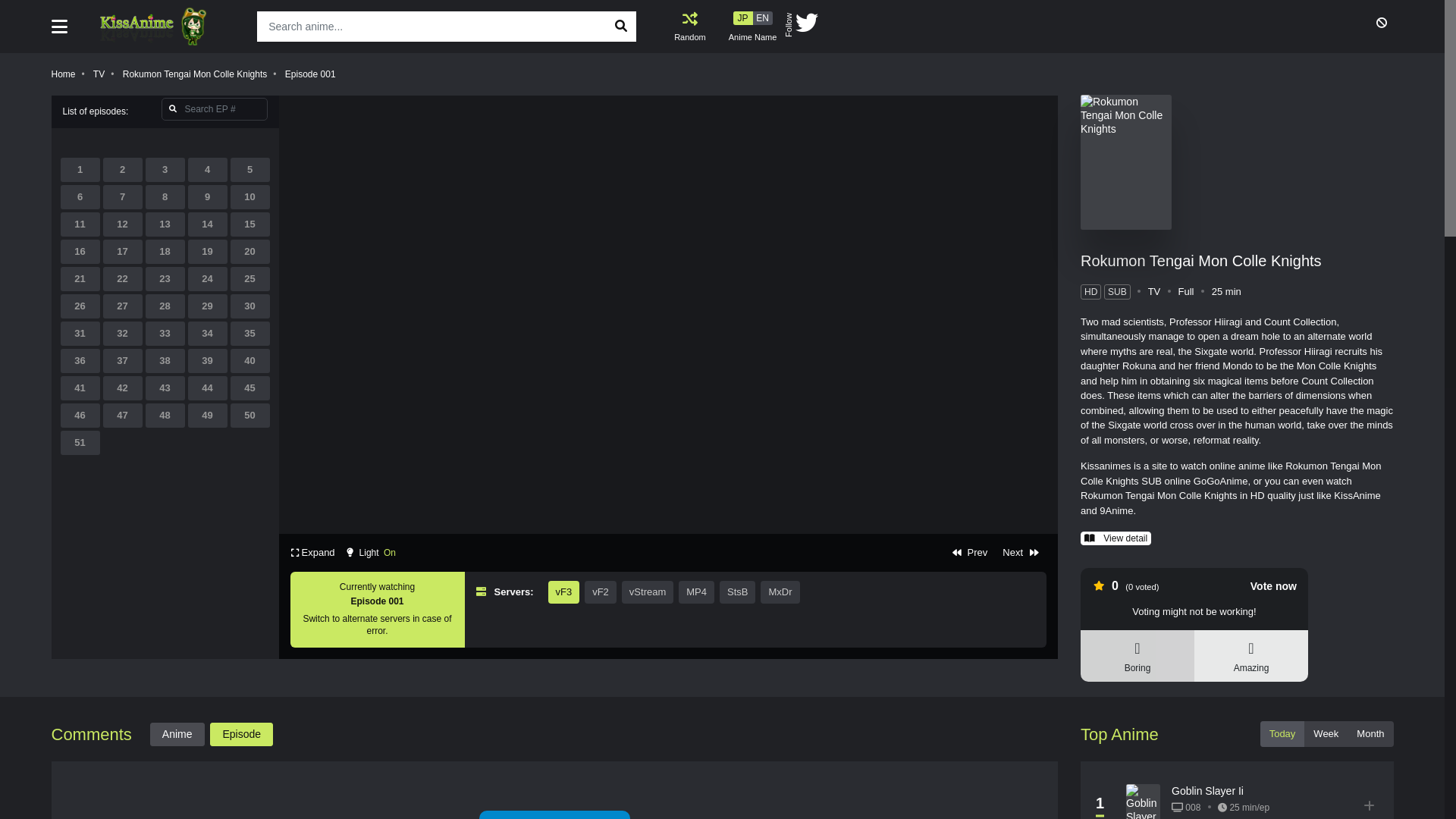 The height and width of the screenshot is (819, 1456). Describe the element at coordinates (250, 250) in the screenshot. I see `'20'` at that location.